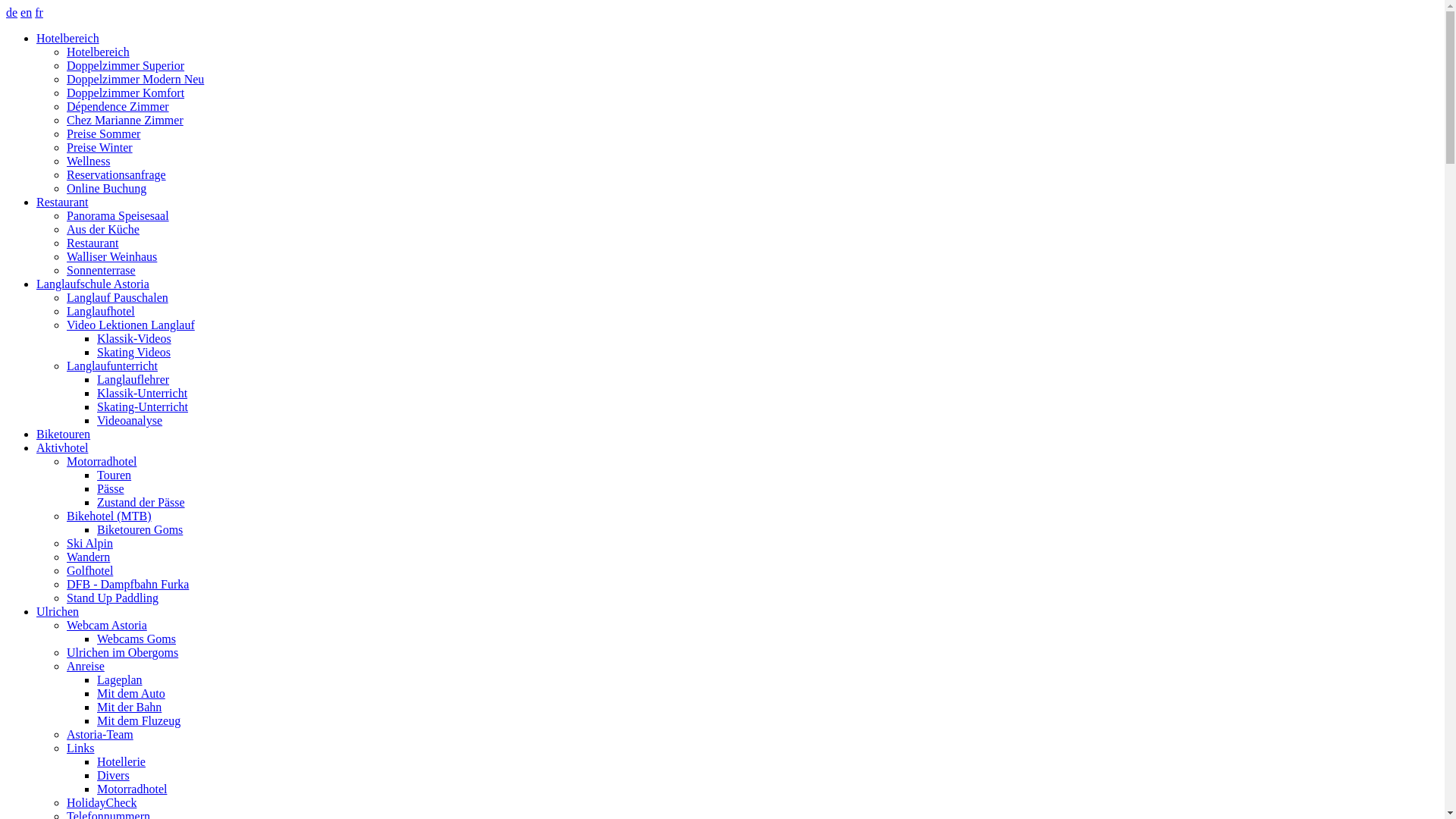 This screenshot has height=819, width=1456. What do you see at coordinates (61, 447) in the screenshot?
I see `'Aktivhotel'` at bounding box center [61, 447].